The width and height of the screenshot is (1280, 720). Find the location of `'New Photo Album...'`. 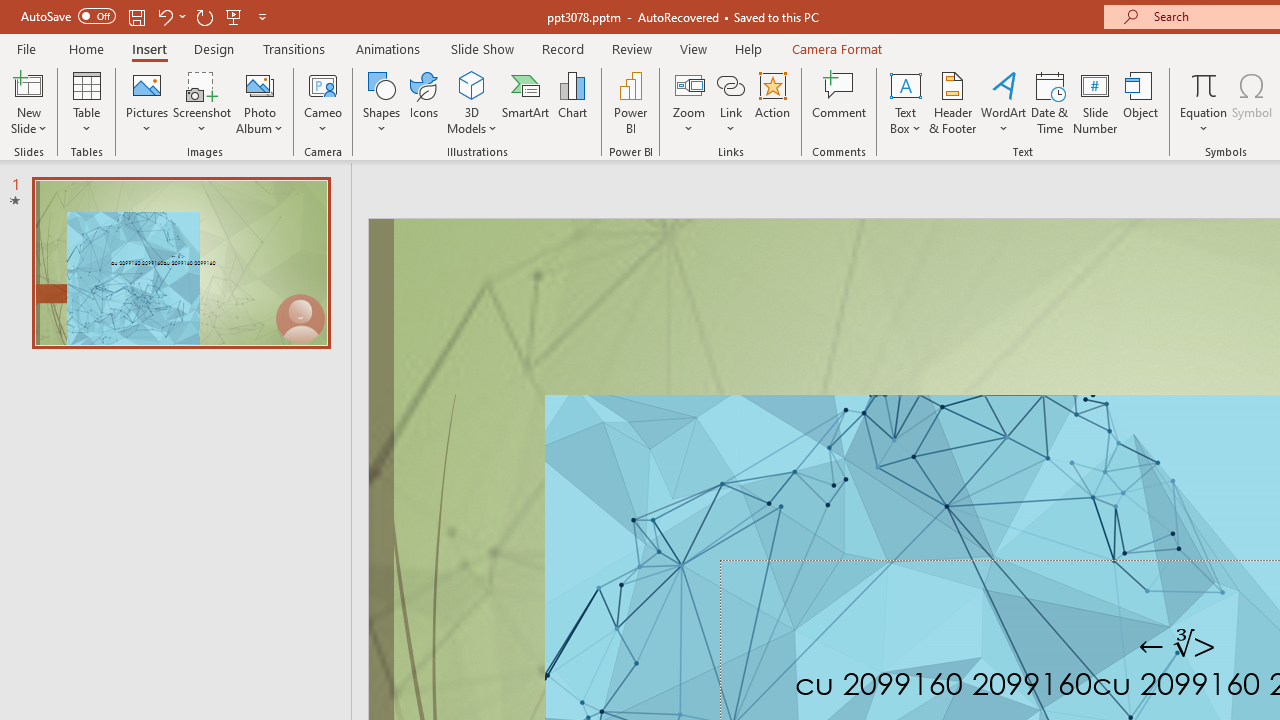

'New Photo Album...' is located at coordinates (258, 84).